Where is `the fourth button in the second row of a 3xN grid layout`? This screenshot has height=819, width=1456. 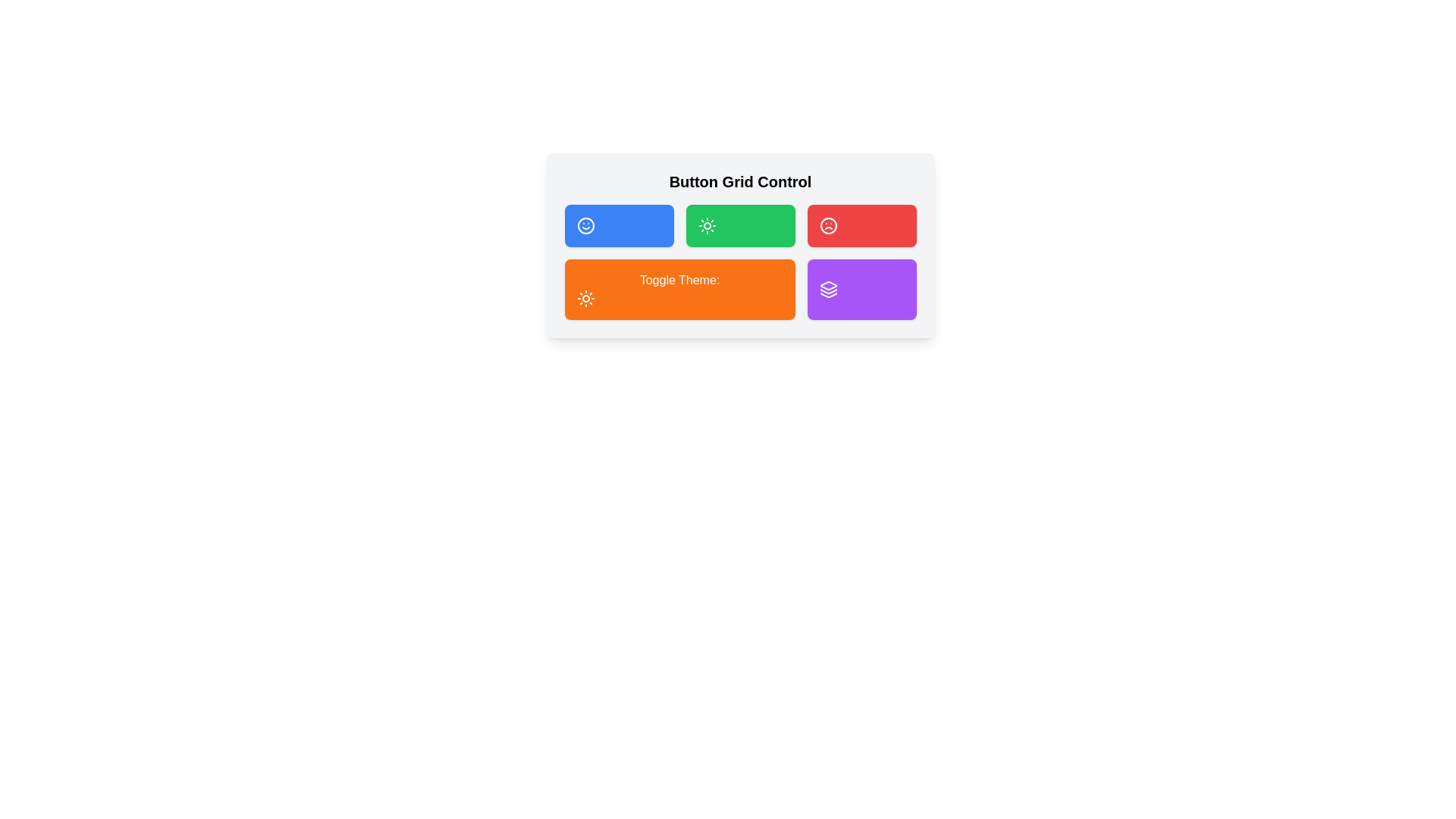
the fourth button in the second row of a 3xN grid layout is located at coordinates (861, 289).